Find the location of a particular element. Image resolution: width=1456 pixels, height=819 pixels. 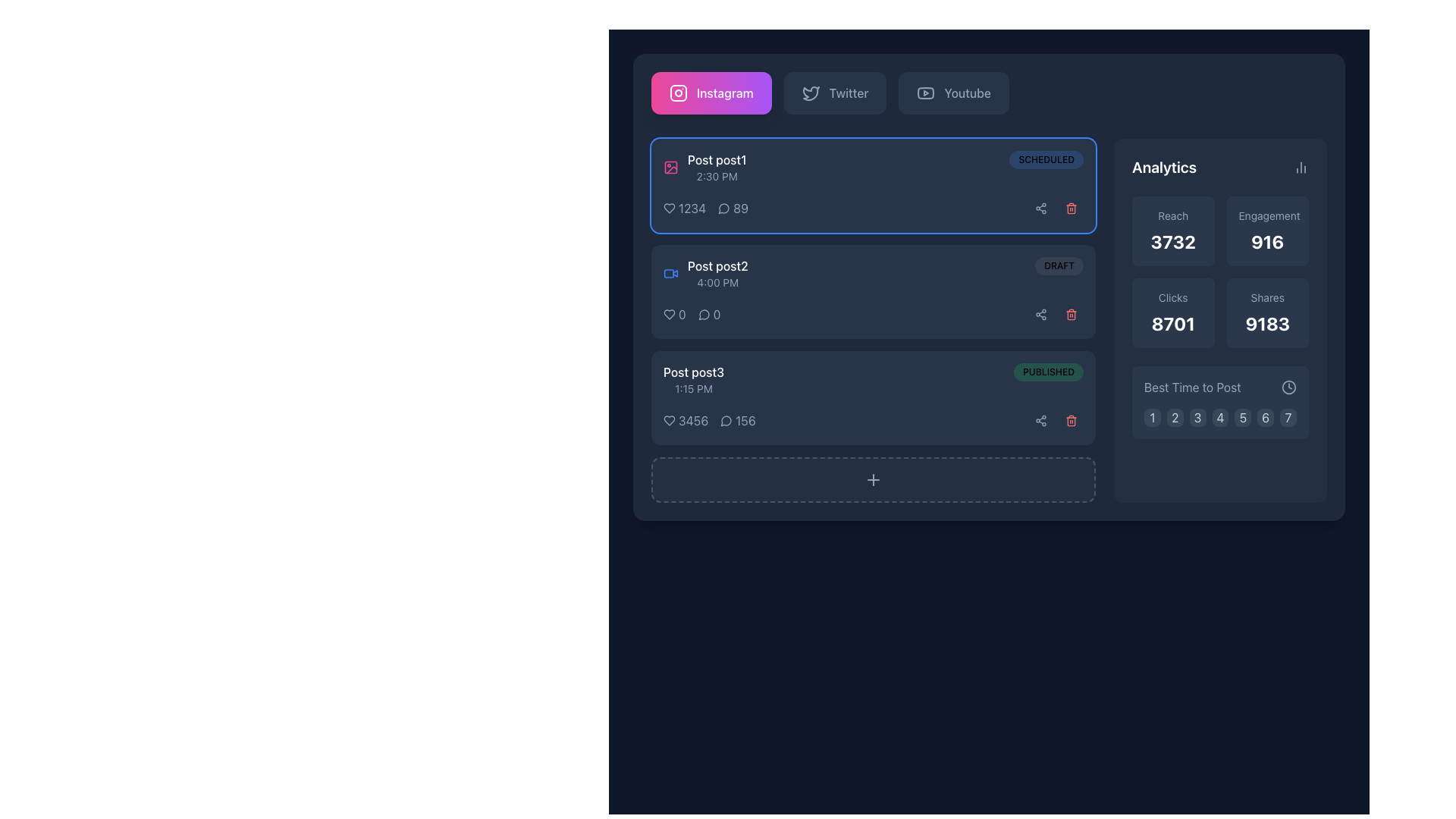

the rectangular video camera icon located within the 'Post post2' entry, positioned to the left of the timestamp '4:00 PM' is located at coordinates (668, 274).